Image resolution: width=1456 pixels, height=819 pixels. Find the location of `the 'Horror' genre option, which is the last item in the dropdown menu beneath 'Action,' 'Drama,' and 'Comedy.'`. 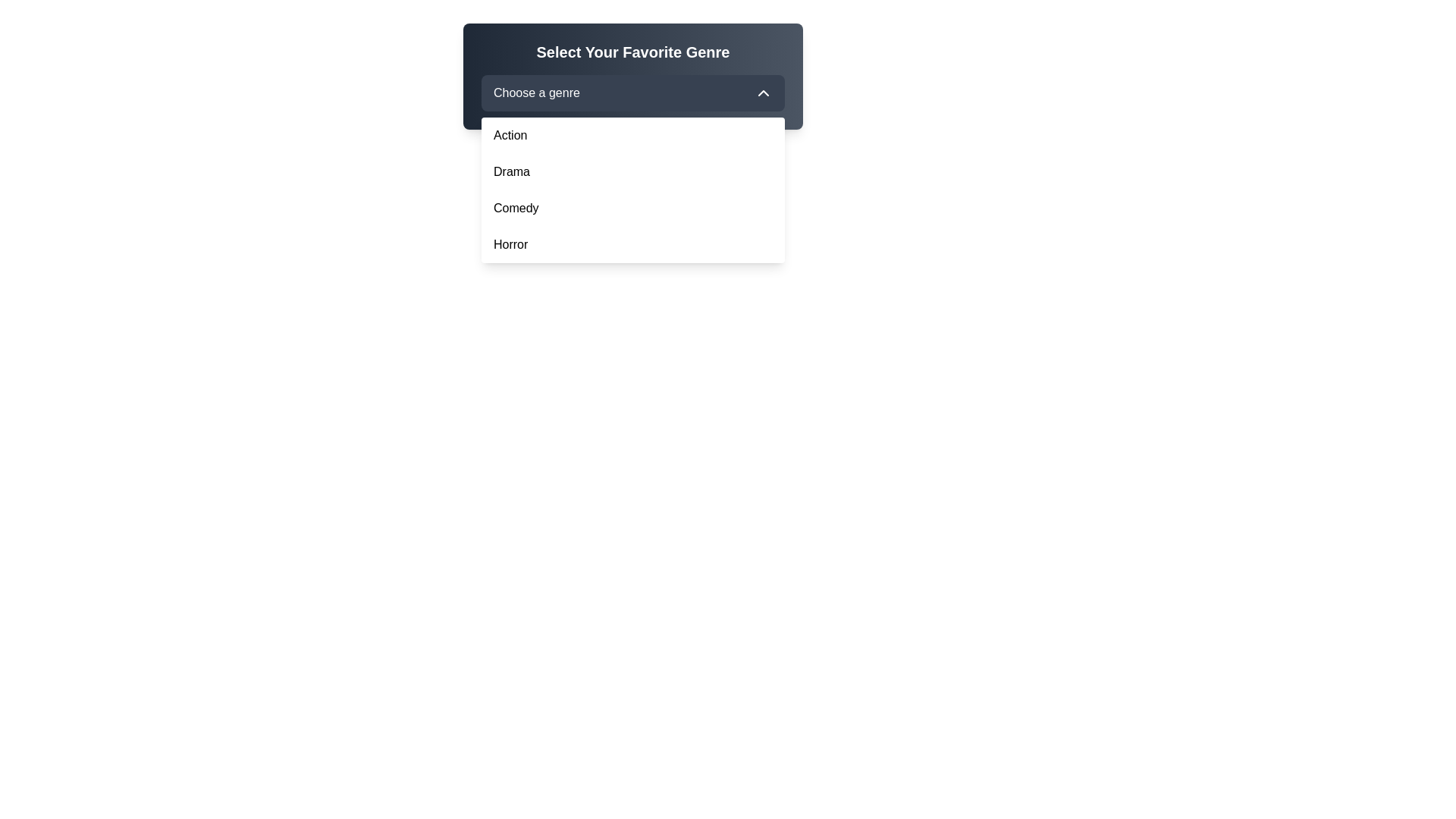

the 'Horror' genre option, which is the last item in the dropdown menu beneath 'Action,' 'Drama,' and 'Comedy.' is located at coordinates (510, 244).